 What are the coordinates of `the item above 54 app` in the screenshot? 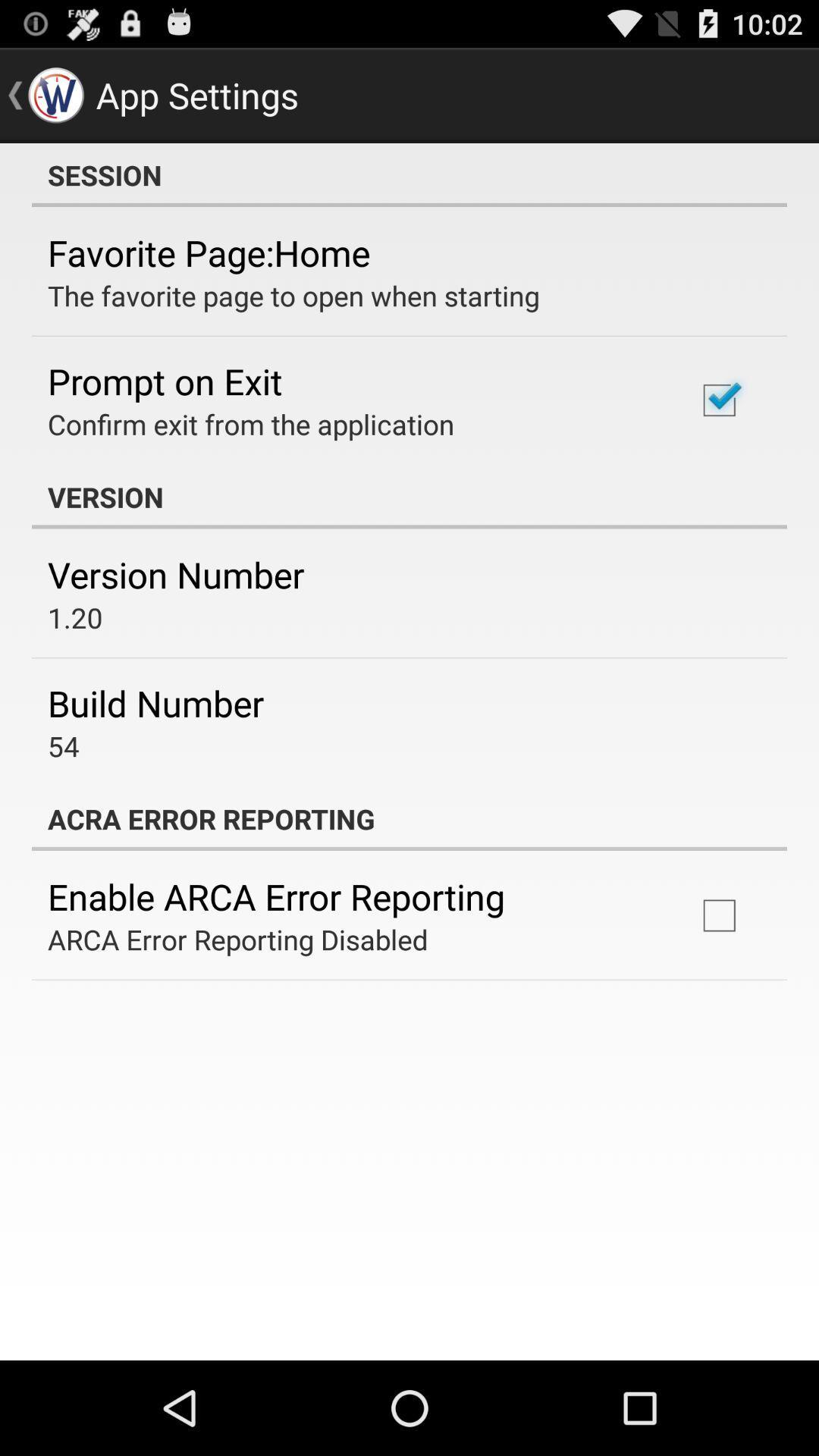 It's located at (155, 702).